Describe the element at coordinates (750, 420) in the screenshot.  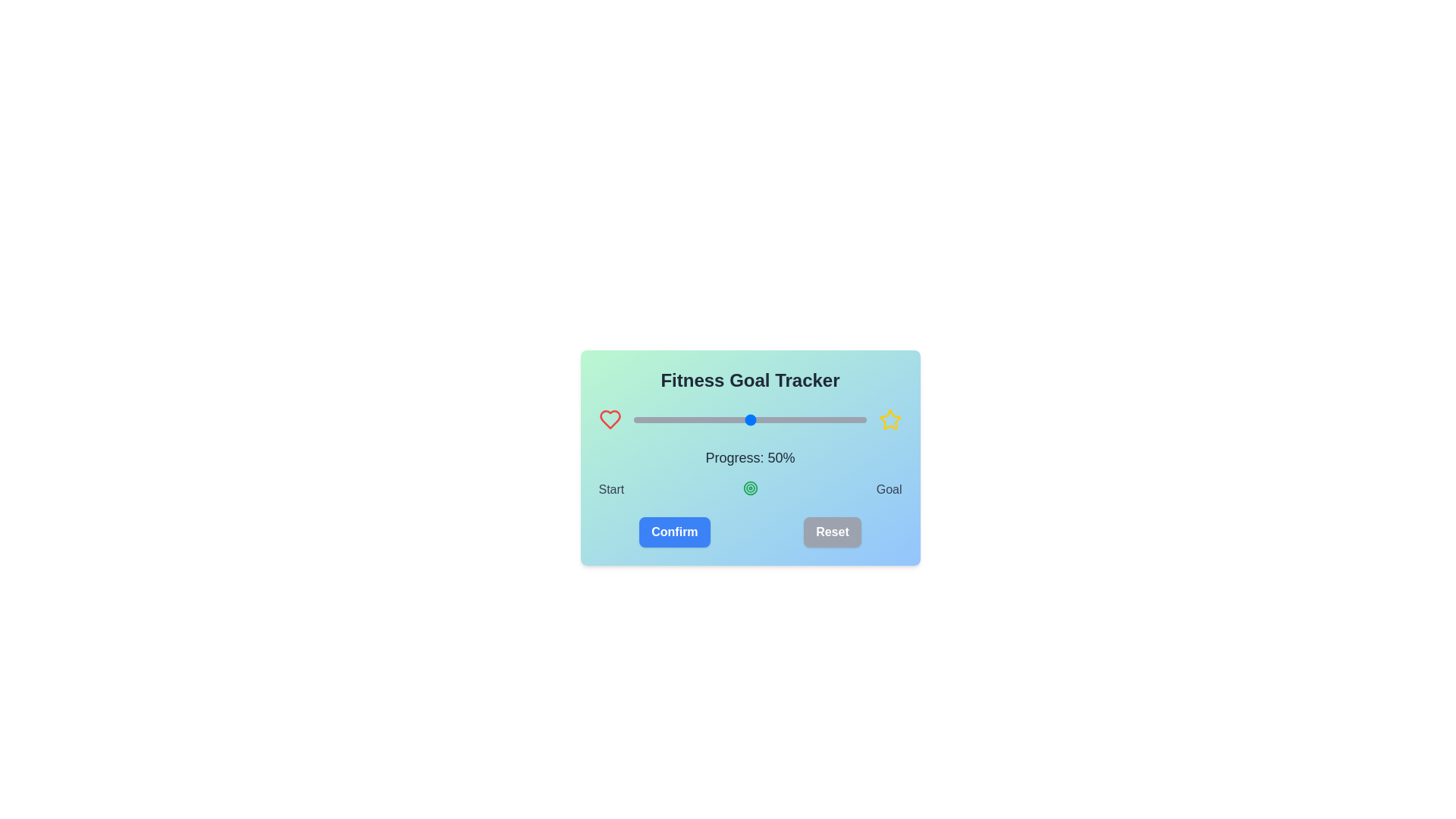
I see `the slider to set progress to 50%` at that location.